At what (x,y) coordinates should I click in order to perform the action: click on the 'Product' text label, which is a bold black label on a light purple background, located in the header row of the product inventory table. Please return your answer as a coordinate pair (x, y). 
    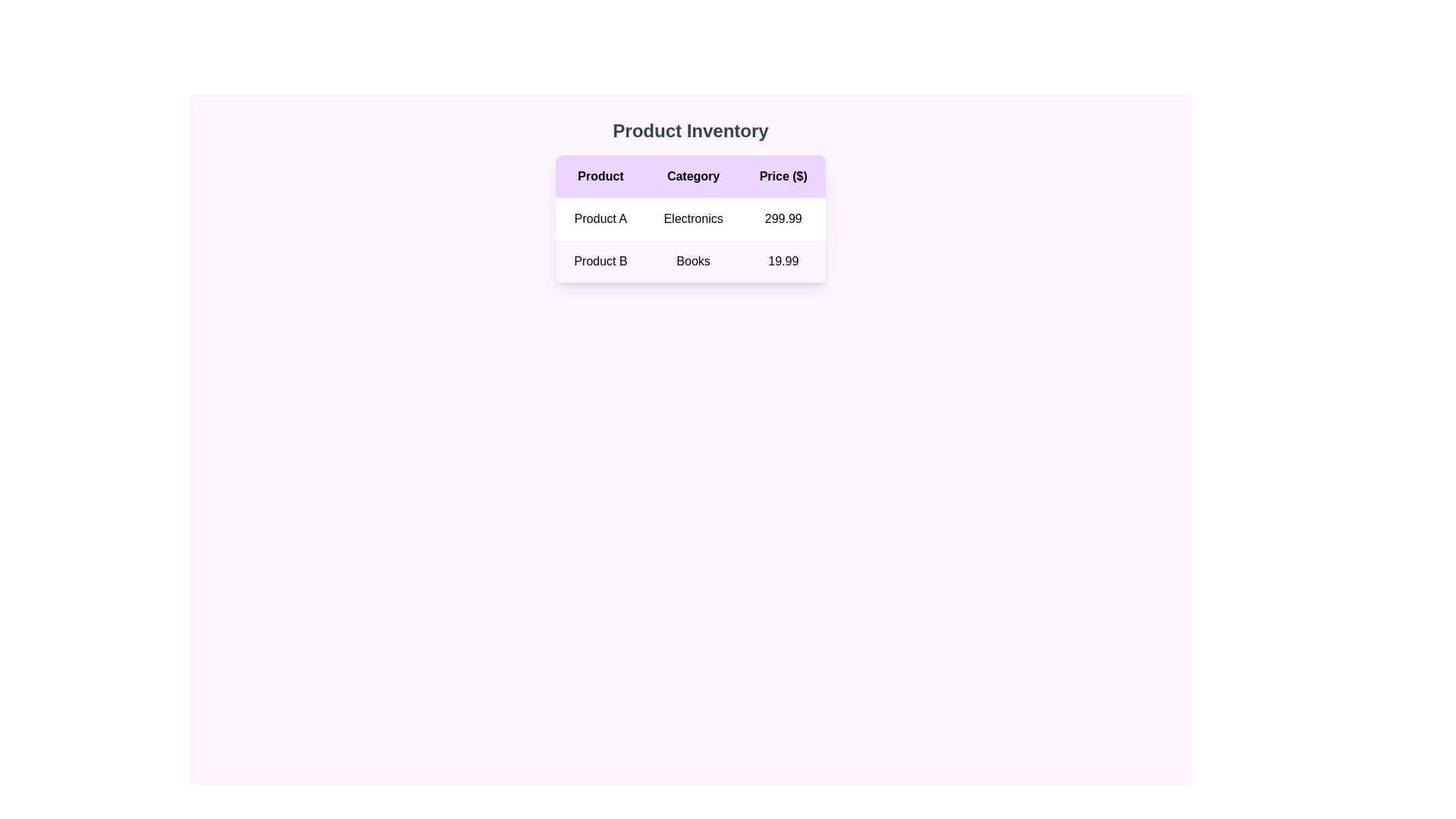
    Looking at the image, I should click on (600, 175).